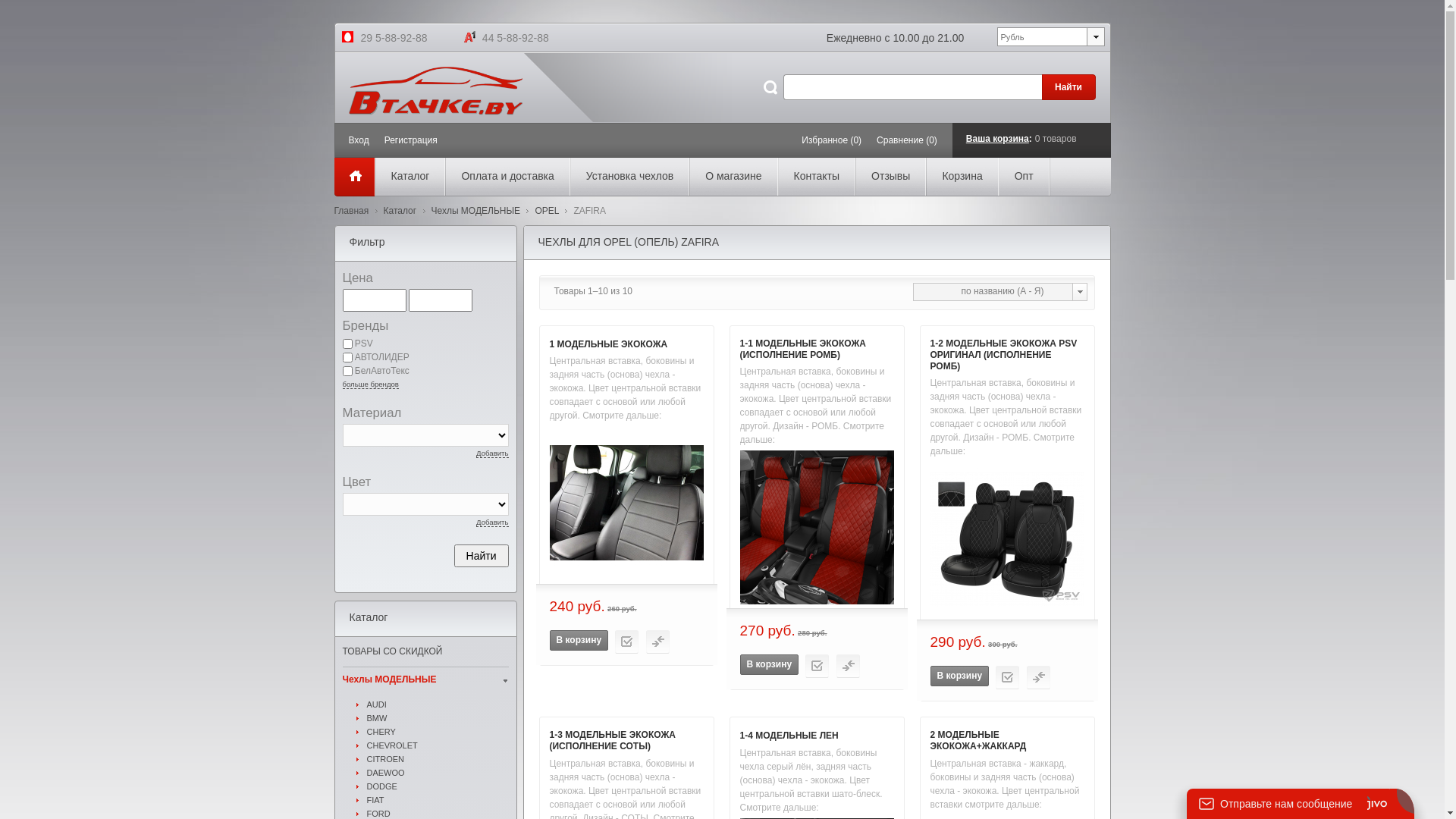 This screenshot has height=819, width=1456. I want to click on 'BMW', so click(437, 717).